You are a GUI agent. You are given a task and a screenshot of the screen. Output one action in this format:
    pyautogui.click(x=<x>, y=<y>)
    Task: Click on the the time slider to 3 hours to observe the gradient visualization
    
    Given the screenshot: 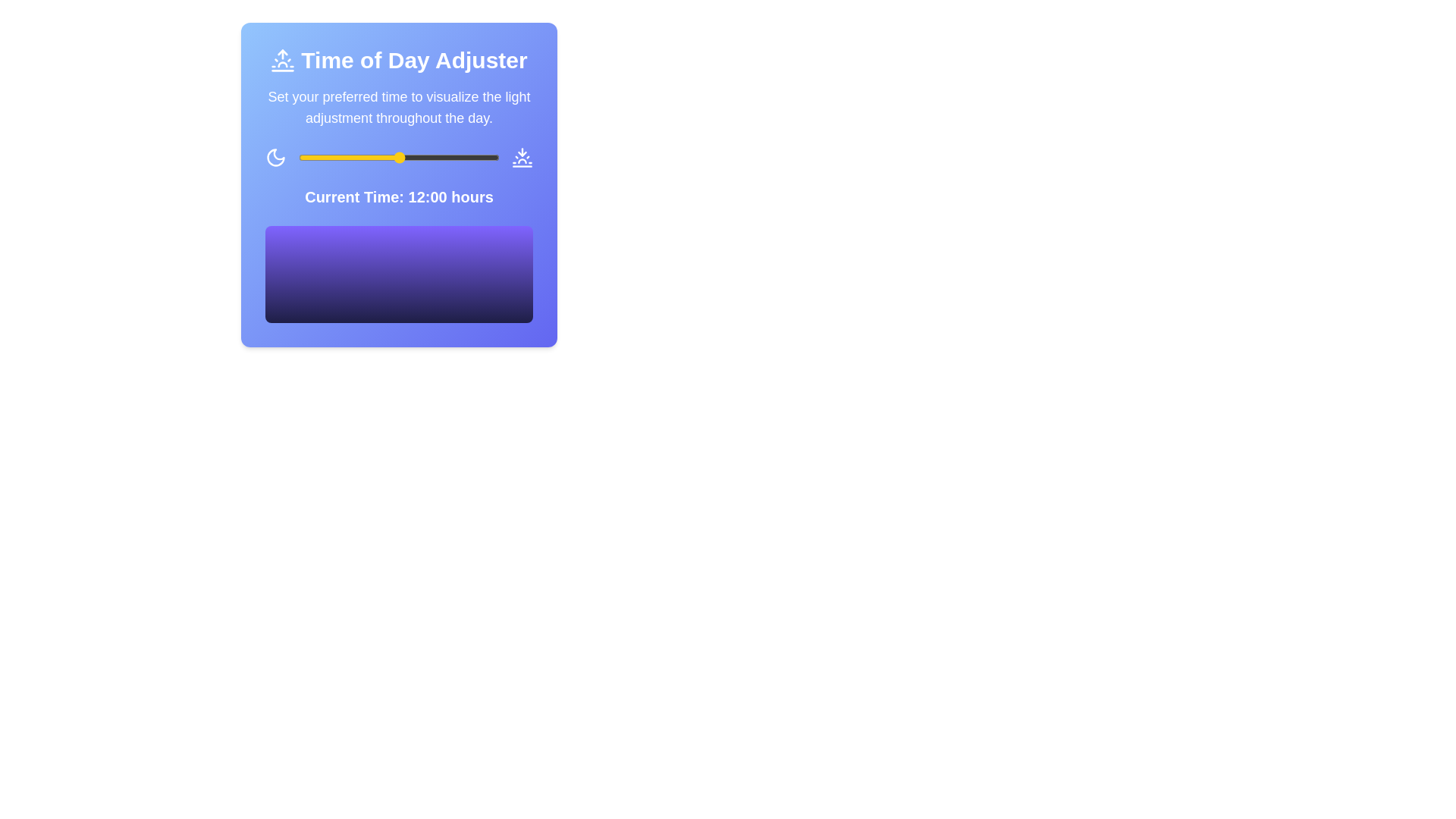 What is the action you would take?
    pyautogui.click(x=323, y=158)
    